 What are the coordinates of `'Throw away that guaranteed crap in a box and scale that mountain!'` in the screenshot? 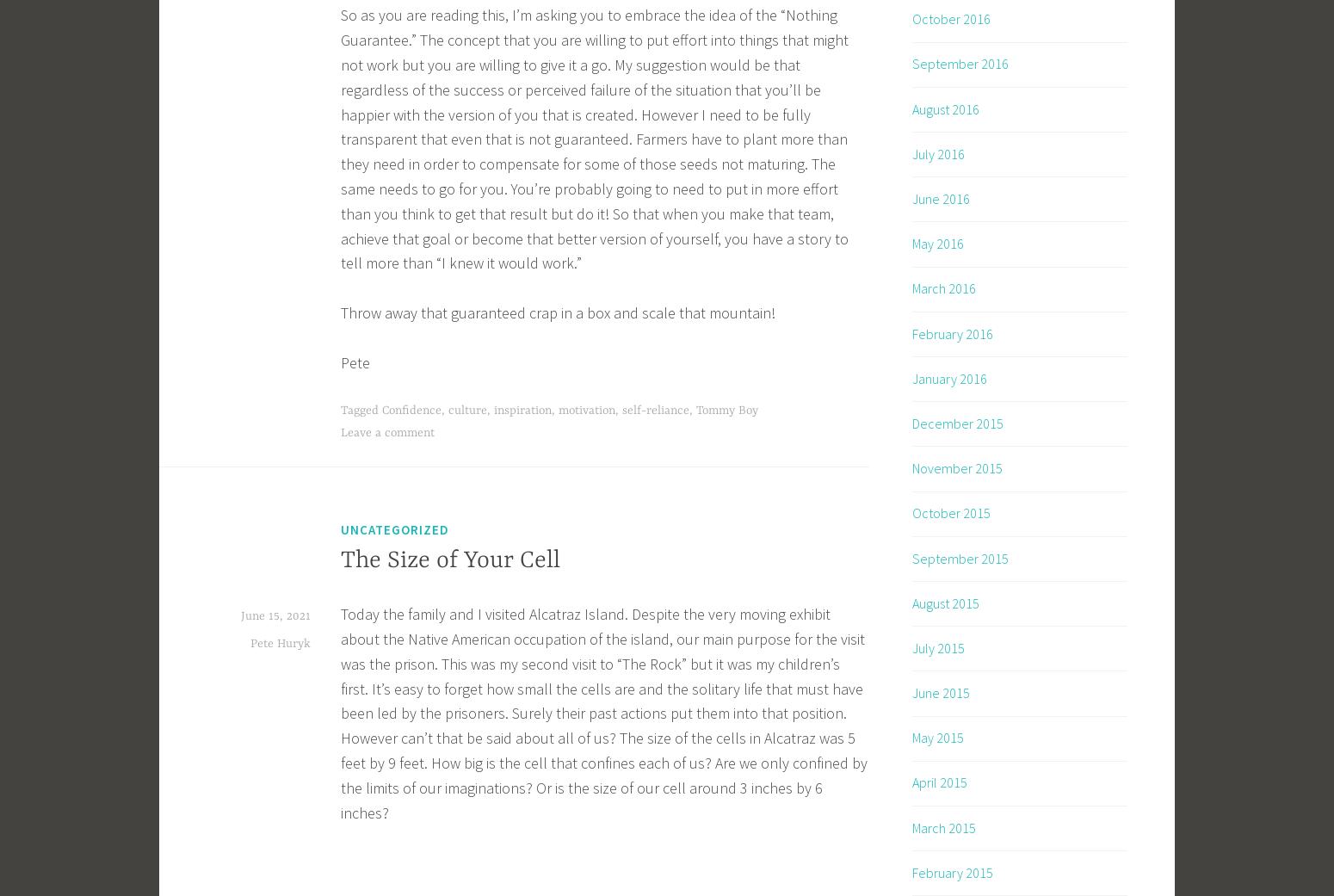 It's located at (341, 312).